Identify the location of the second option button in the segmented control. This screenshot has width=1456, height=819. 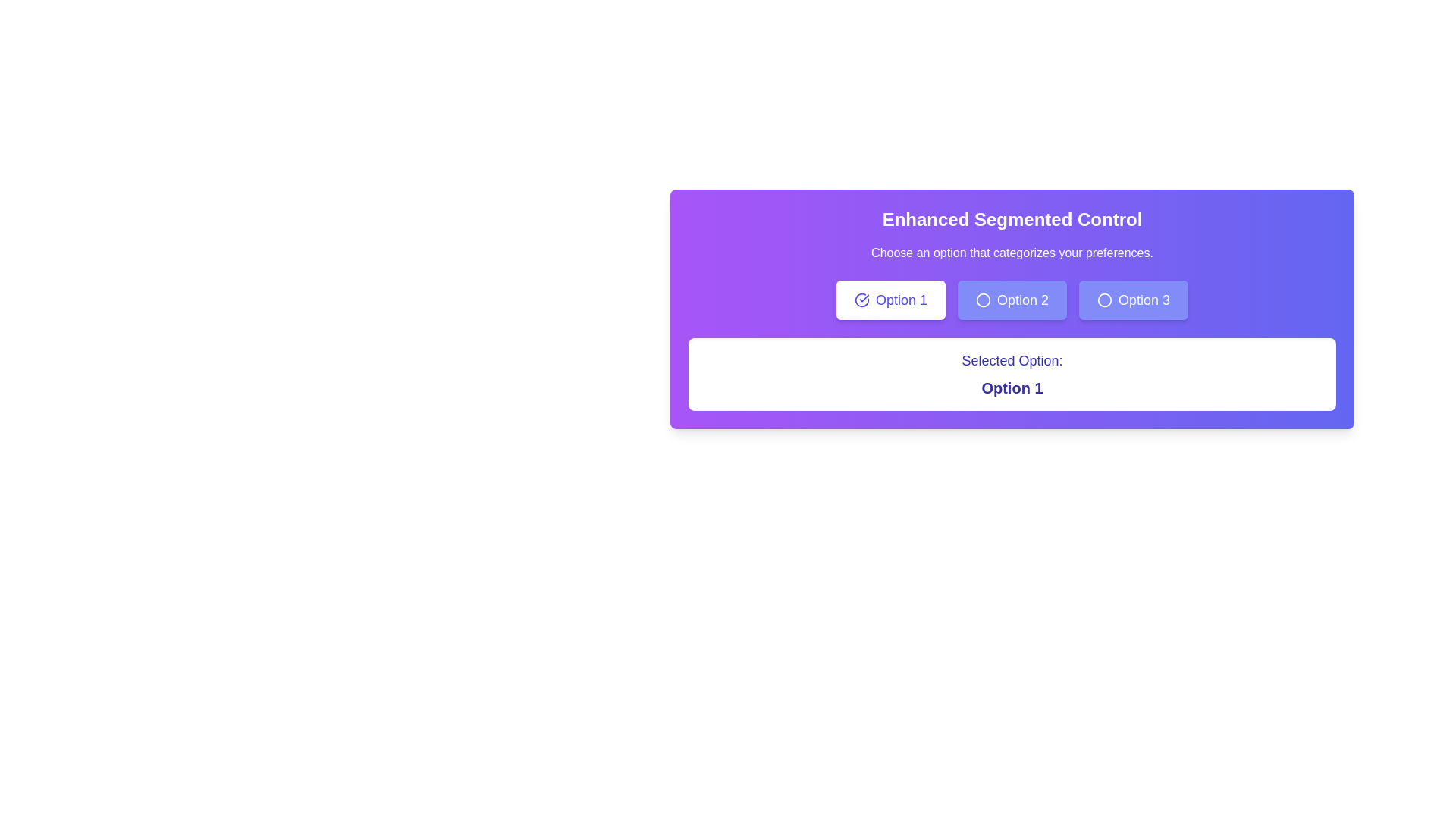
(1012, 300).